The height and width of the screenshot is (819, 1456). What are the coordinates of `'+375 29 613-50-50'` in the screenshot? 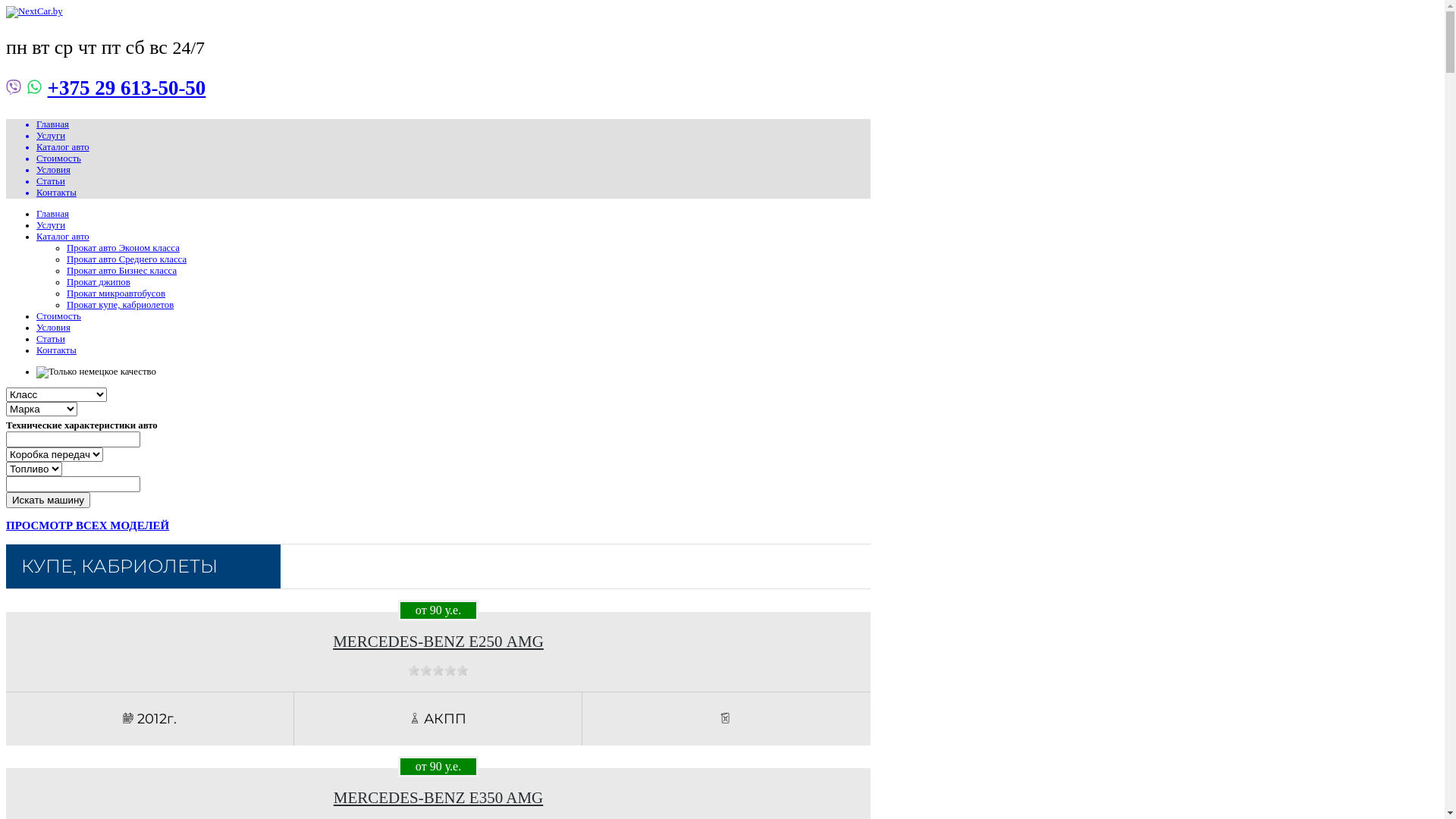 It's located at (47, 87).